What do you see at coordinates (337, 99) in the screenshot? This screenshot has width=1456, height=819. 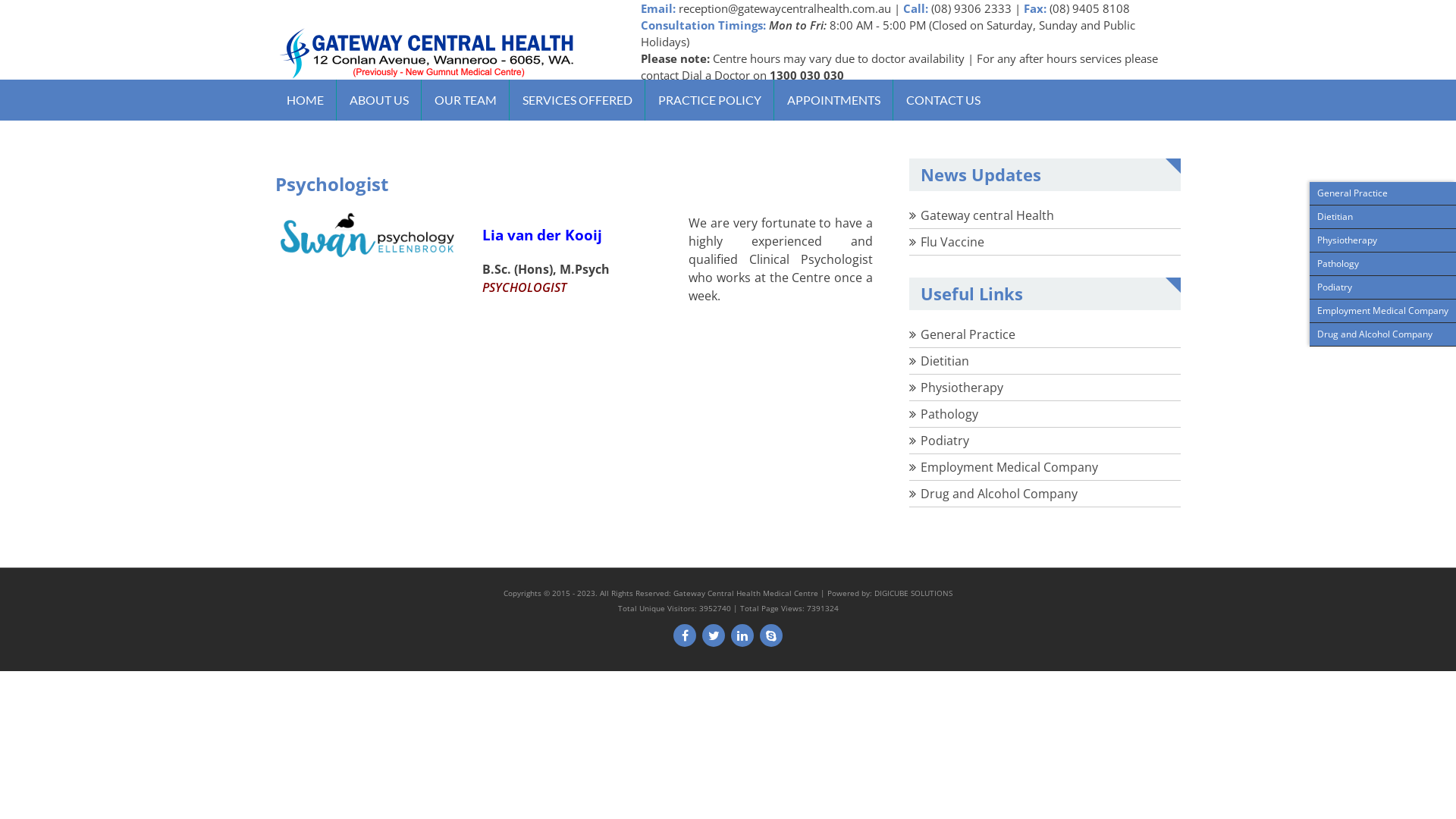 I see `'ABOUT US'` at bounding box center [337, 99].